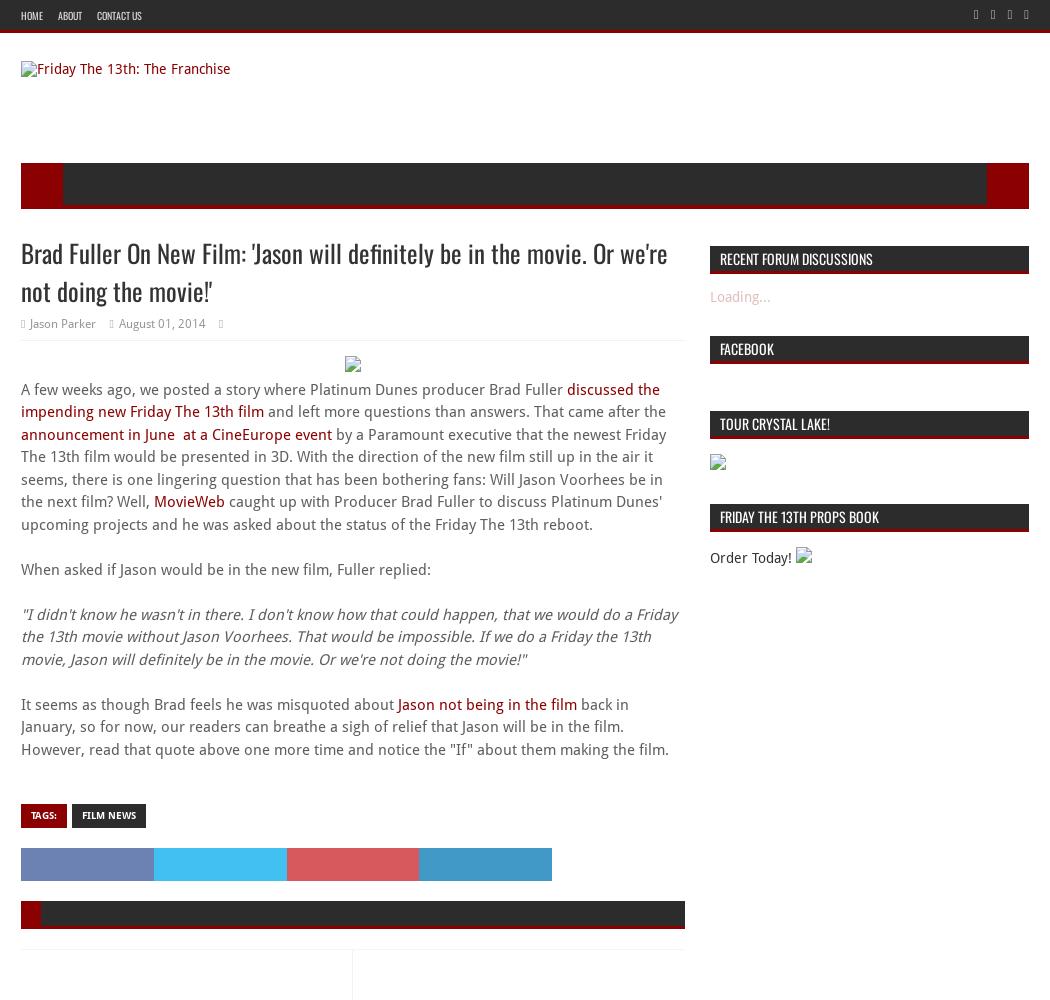  I want to click on 'Loading...', so click(738, 296).